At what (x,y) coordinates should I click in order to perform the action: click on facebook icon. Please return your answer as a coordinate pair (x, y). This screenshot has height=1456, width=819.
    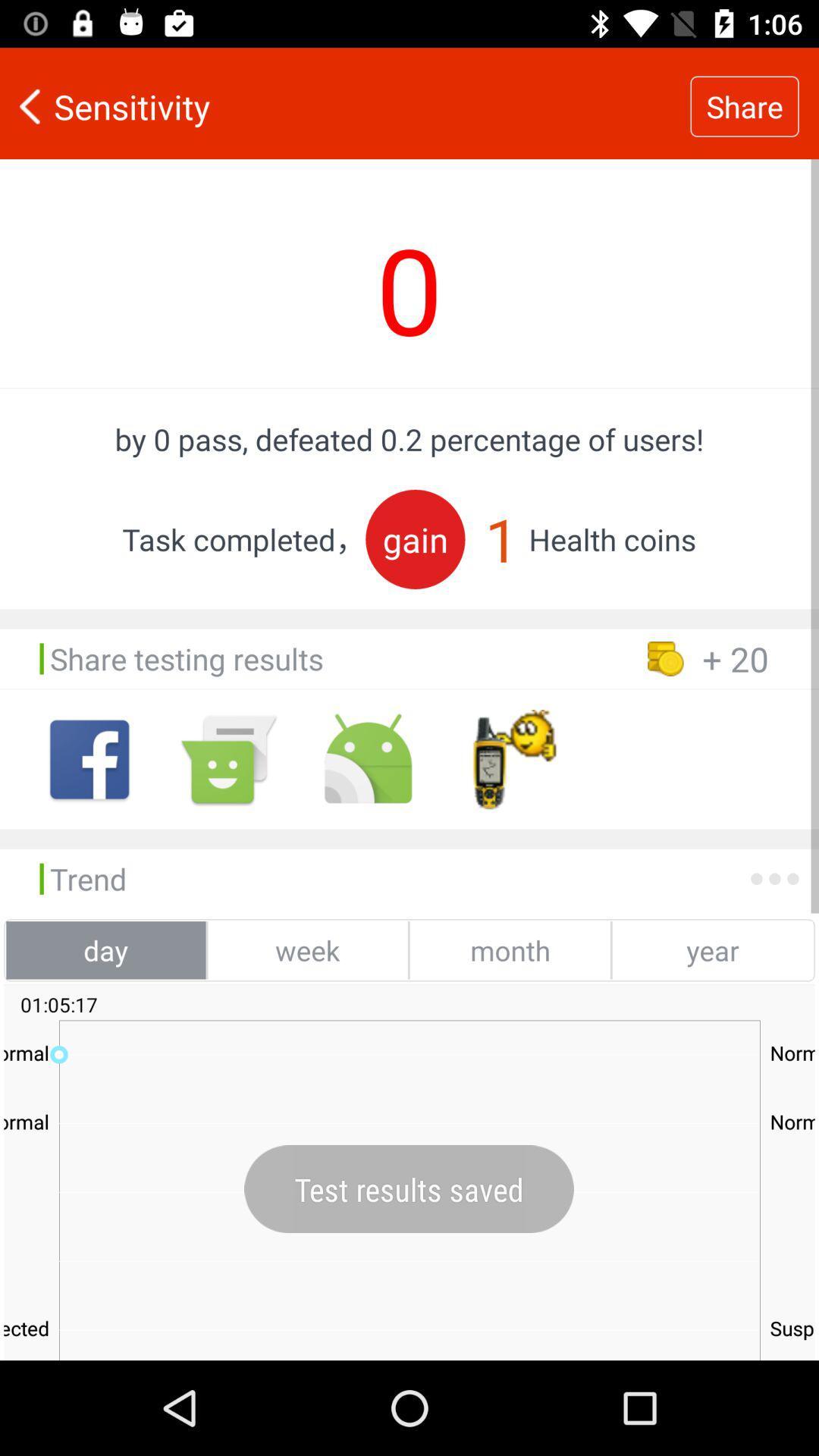
    Looking at the image, I should click on (89, 759).